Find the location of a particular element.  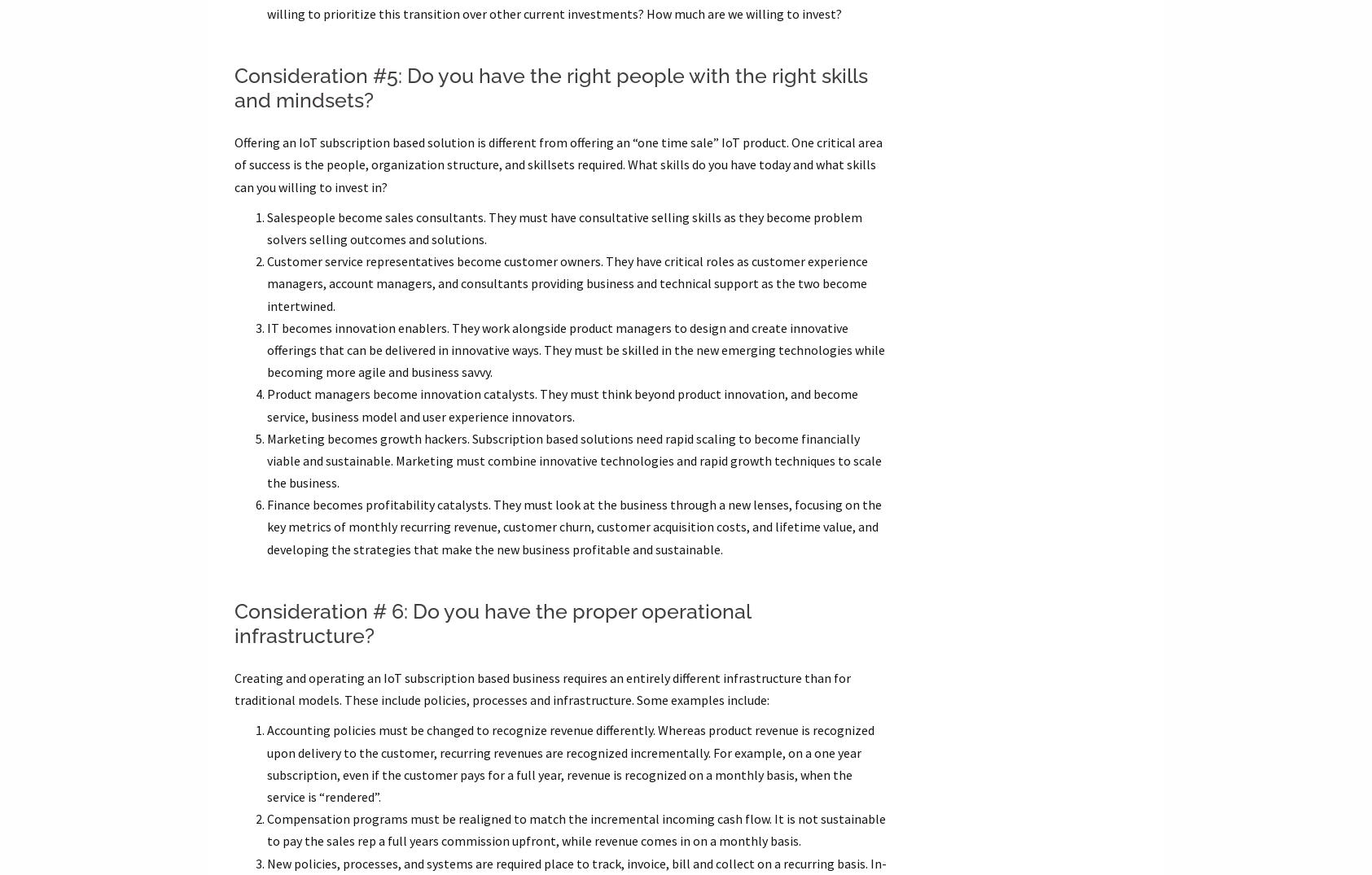

'Finance becomes profitability catalysts. They must look at the business through a new lenses, focusing on the key metrics of monthly recurring revenue, customer churn, customer acquisition costs, and lifetime value, and developing the strategies that make the new business profitable and sustainable.' is located at coordinates (572, 527).